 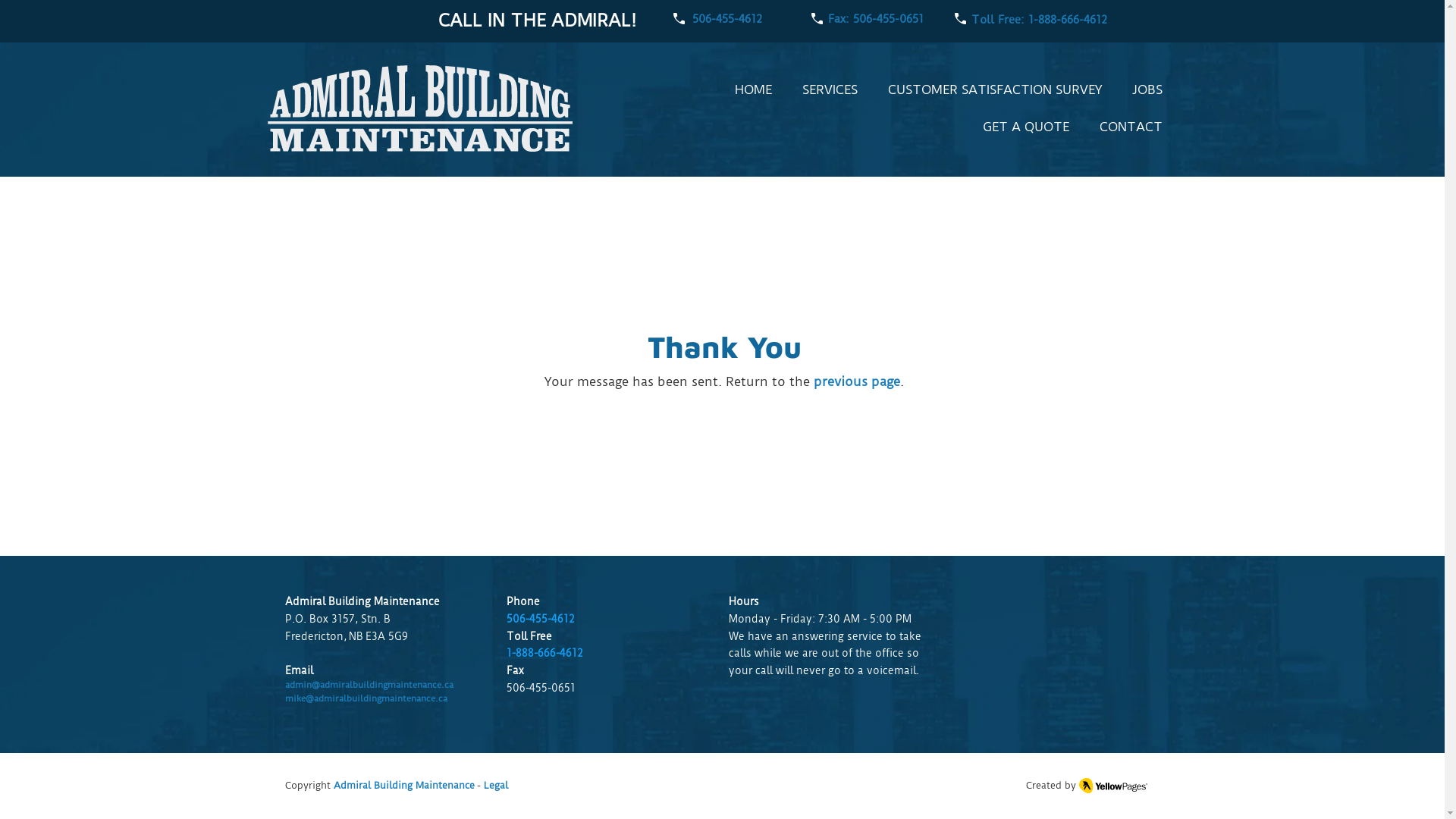 I want to click on '506-455-4612', so click(x=541, y=619).